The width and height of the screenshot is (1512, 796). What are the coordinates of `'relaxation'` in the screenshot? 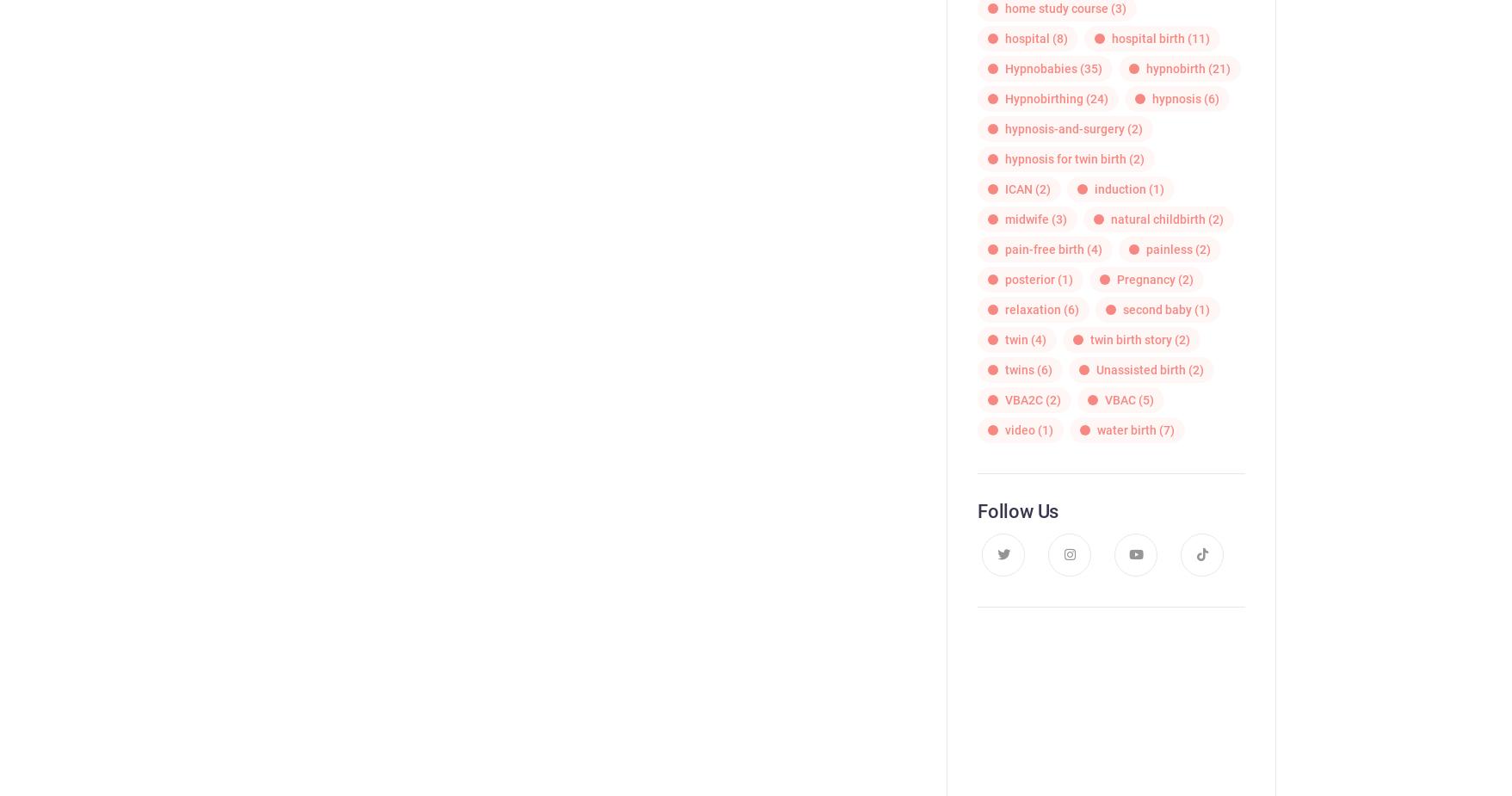 It's located at (1032, 307).